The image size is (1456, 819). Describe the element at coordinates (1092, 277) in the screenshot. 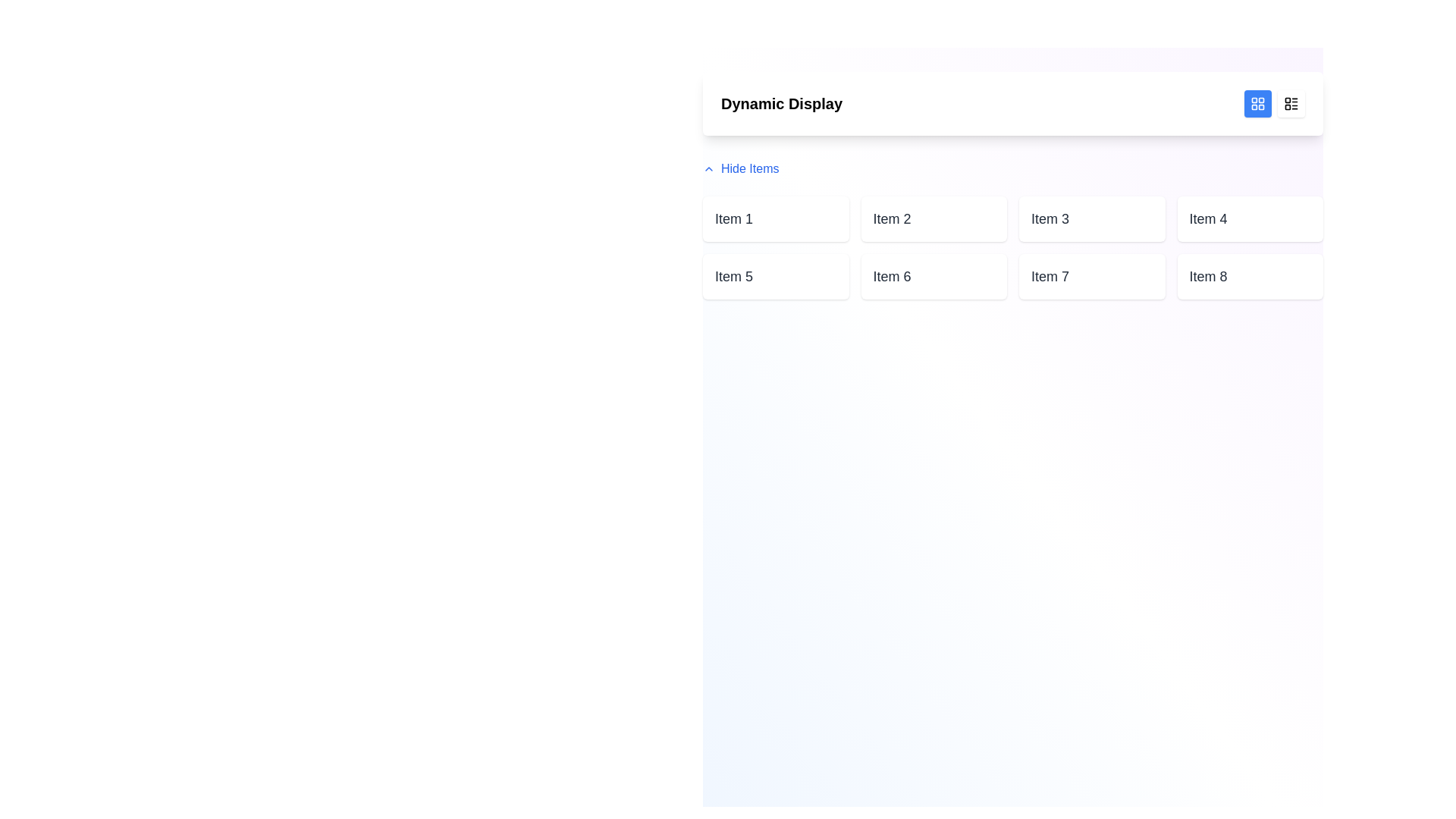

I see `the display card labeled 'Item 7' located in the bottom row of the grid, second column, between 'Item 6' and 'Item 8'` at that location.